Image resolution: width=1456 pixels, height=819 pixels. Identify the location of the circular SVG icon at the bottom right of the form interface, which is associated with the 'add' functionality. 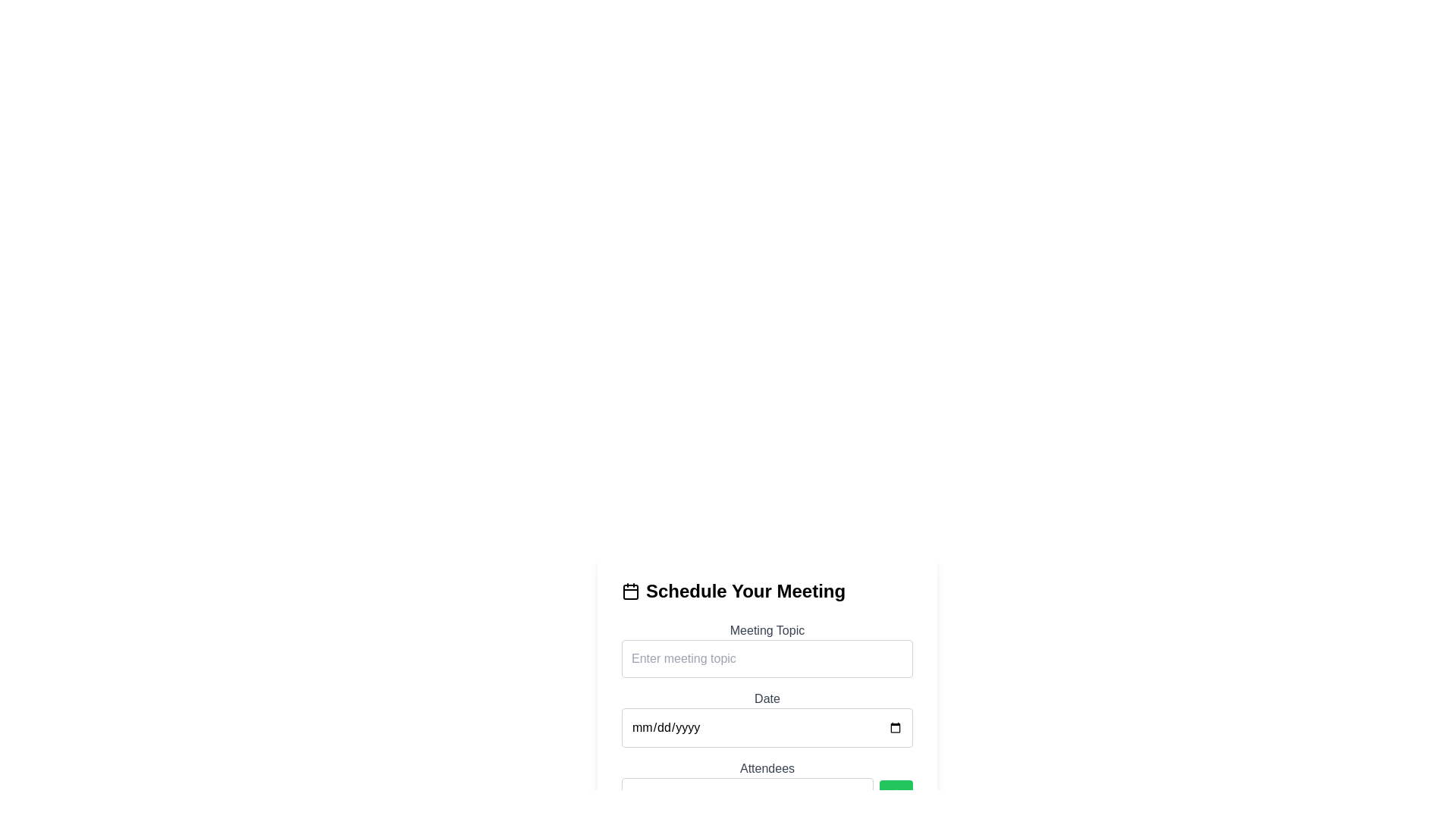
(896, 795).